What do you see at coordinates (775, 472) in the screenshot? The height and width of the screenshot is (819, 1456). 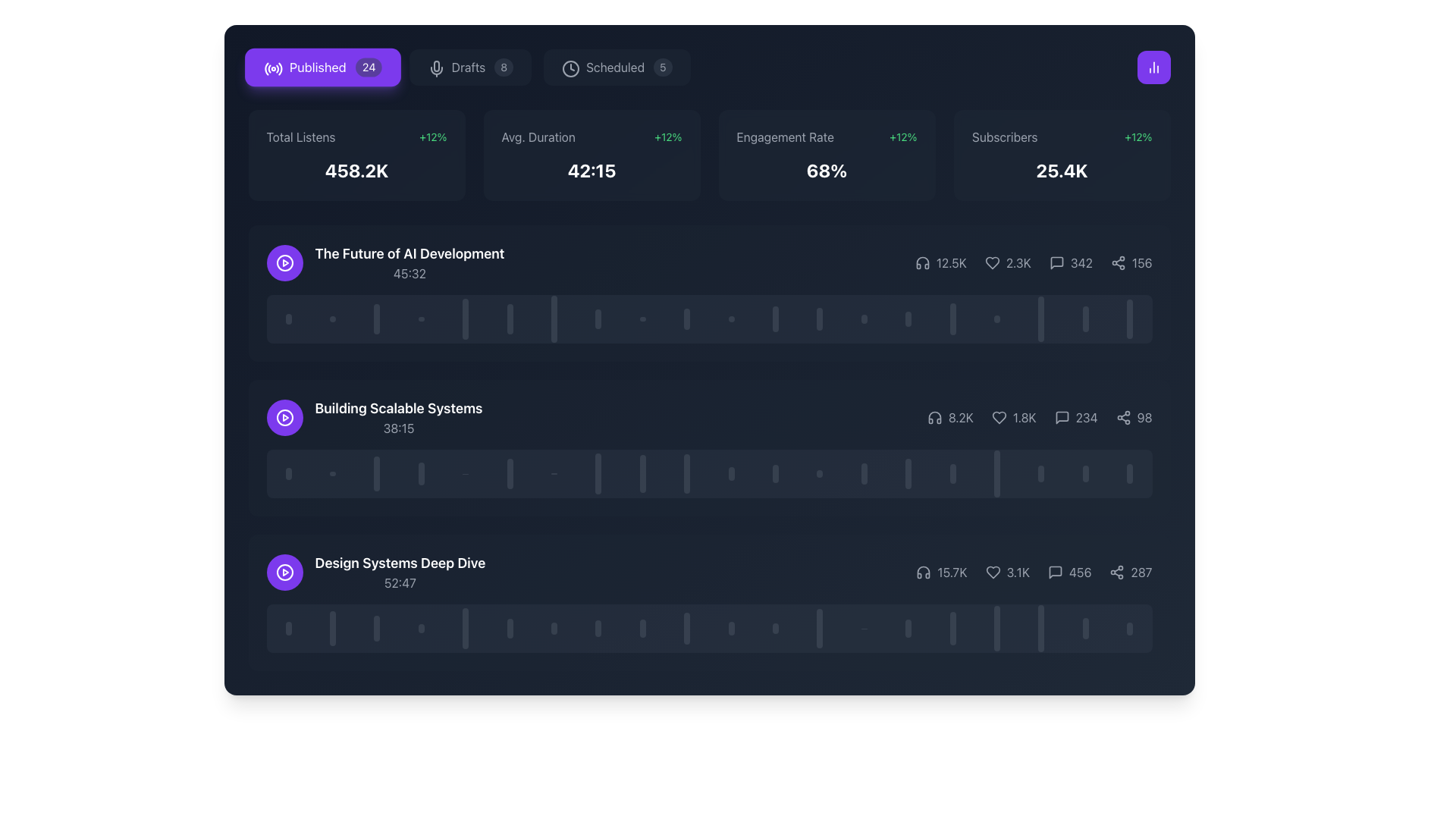 I see `the twelfth vertical progress indicator in the sequence of similar elements, which visually represents a proportional metric or value` at bounding box center [775, 472].